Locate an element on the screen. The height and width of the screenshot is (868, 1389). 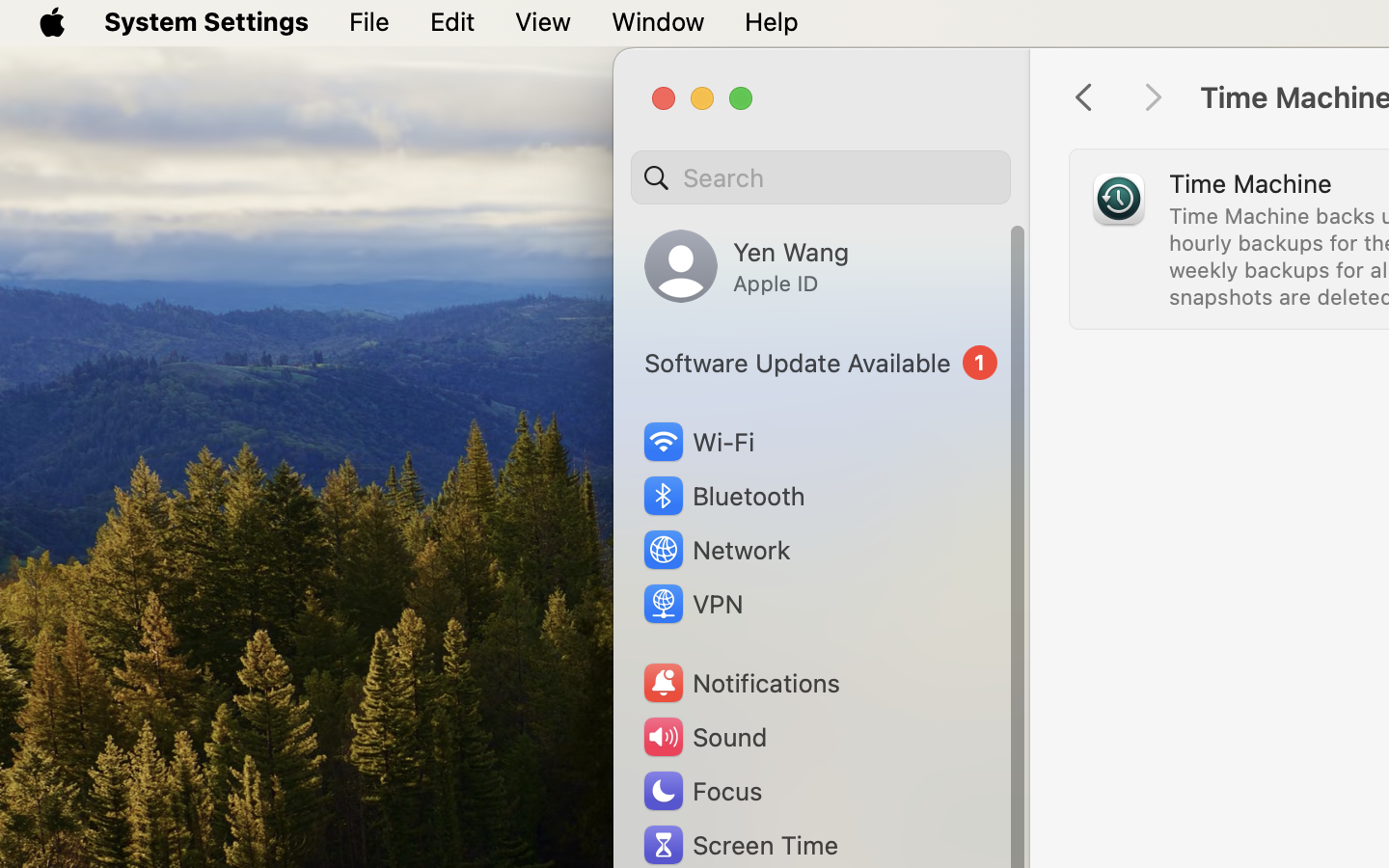
'Sound' is located at coordinates (702, 736).